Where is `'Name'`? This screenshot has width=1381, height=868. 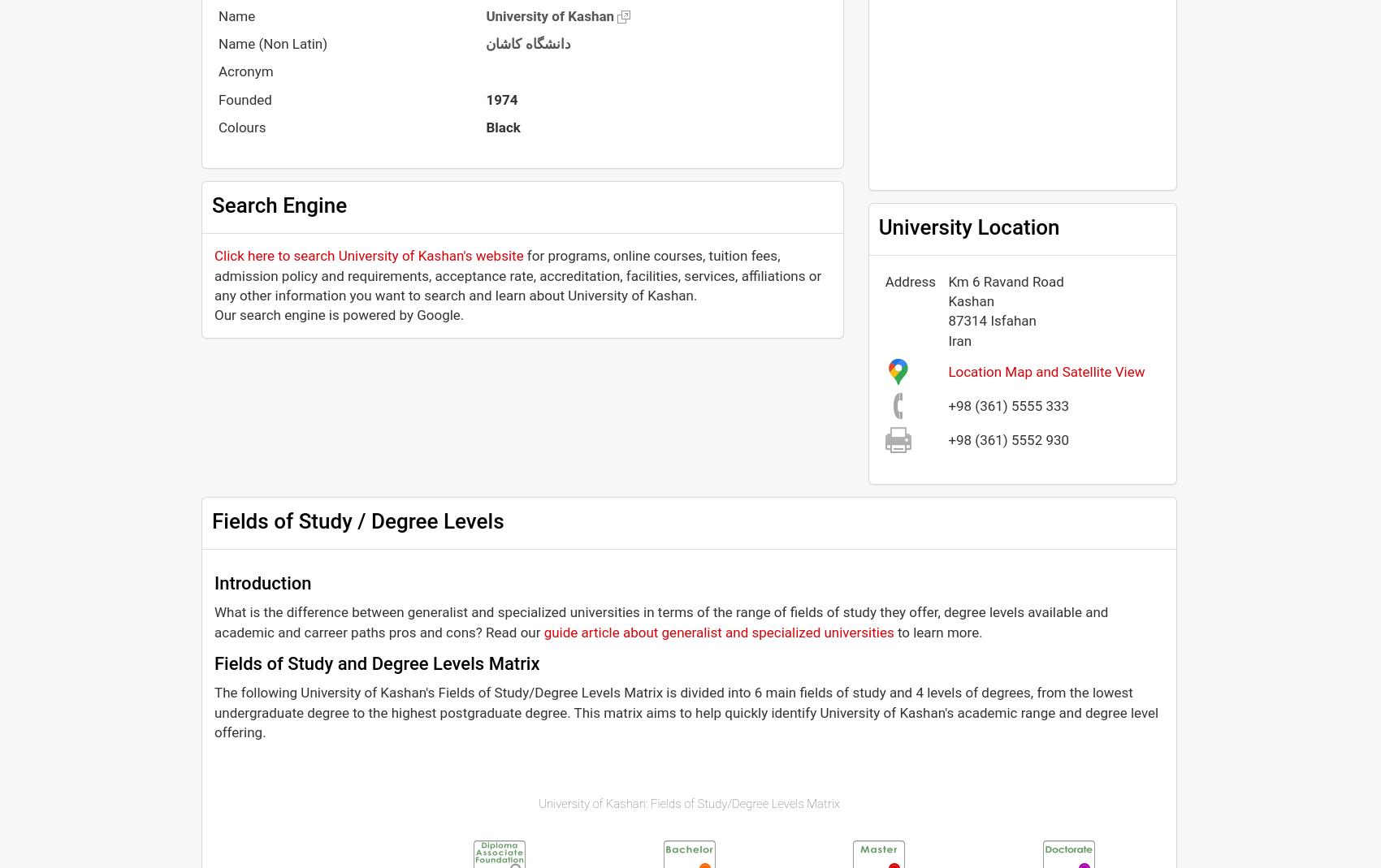 'Name' is located at coordinates (236, 15).